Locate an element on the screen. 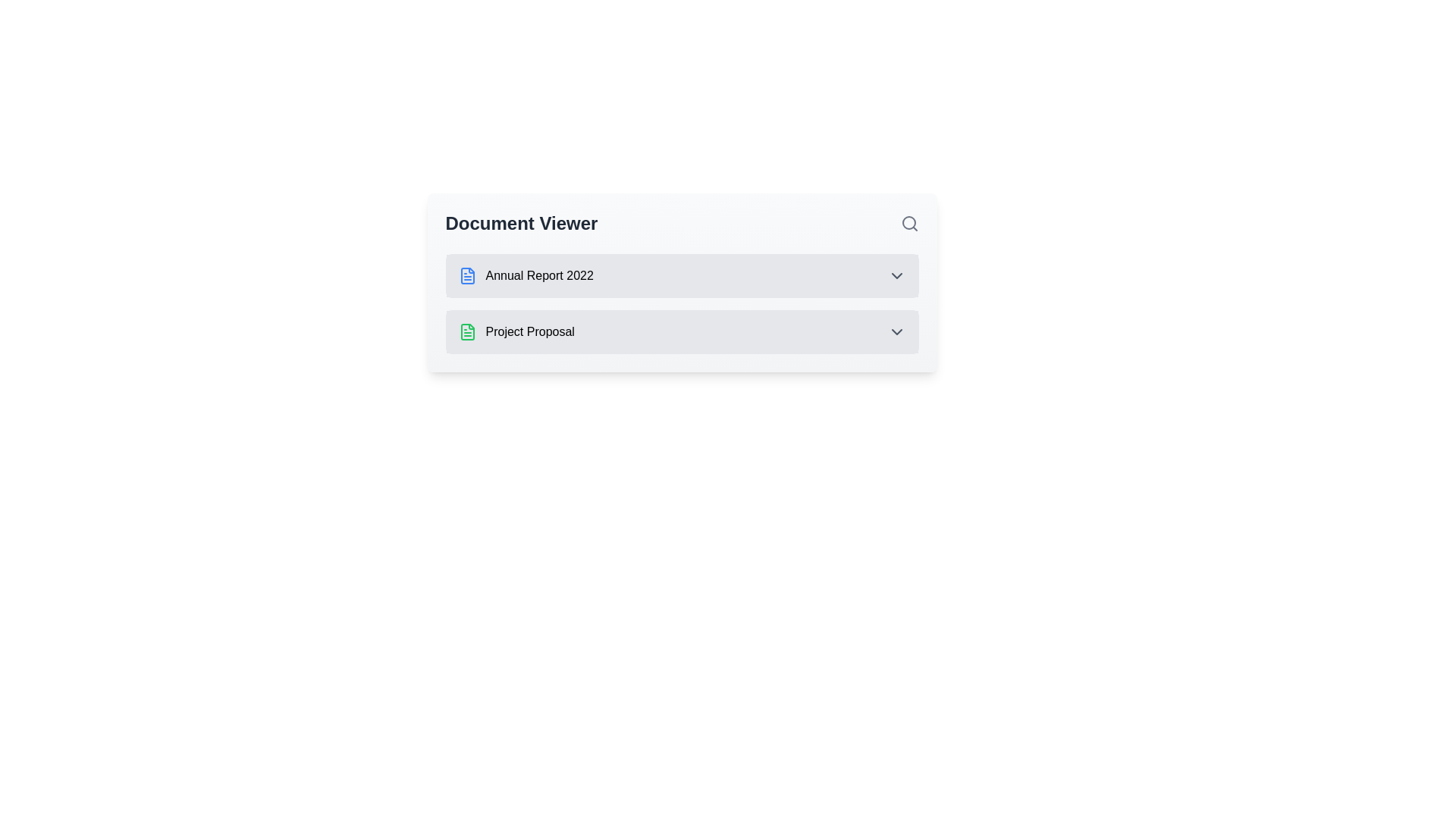  the first item in the Document Viewer list labeled 'Annual Report 2022' is located at coordinates (681, 275).